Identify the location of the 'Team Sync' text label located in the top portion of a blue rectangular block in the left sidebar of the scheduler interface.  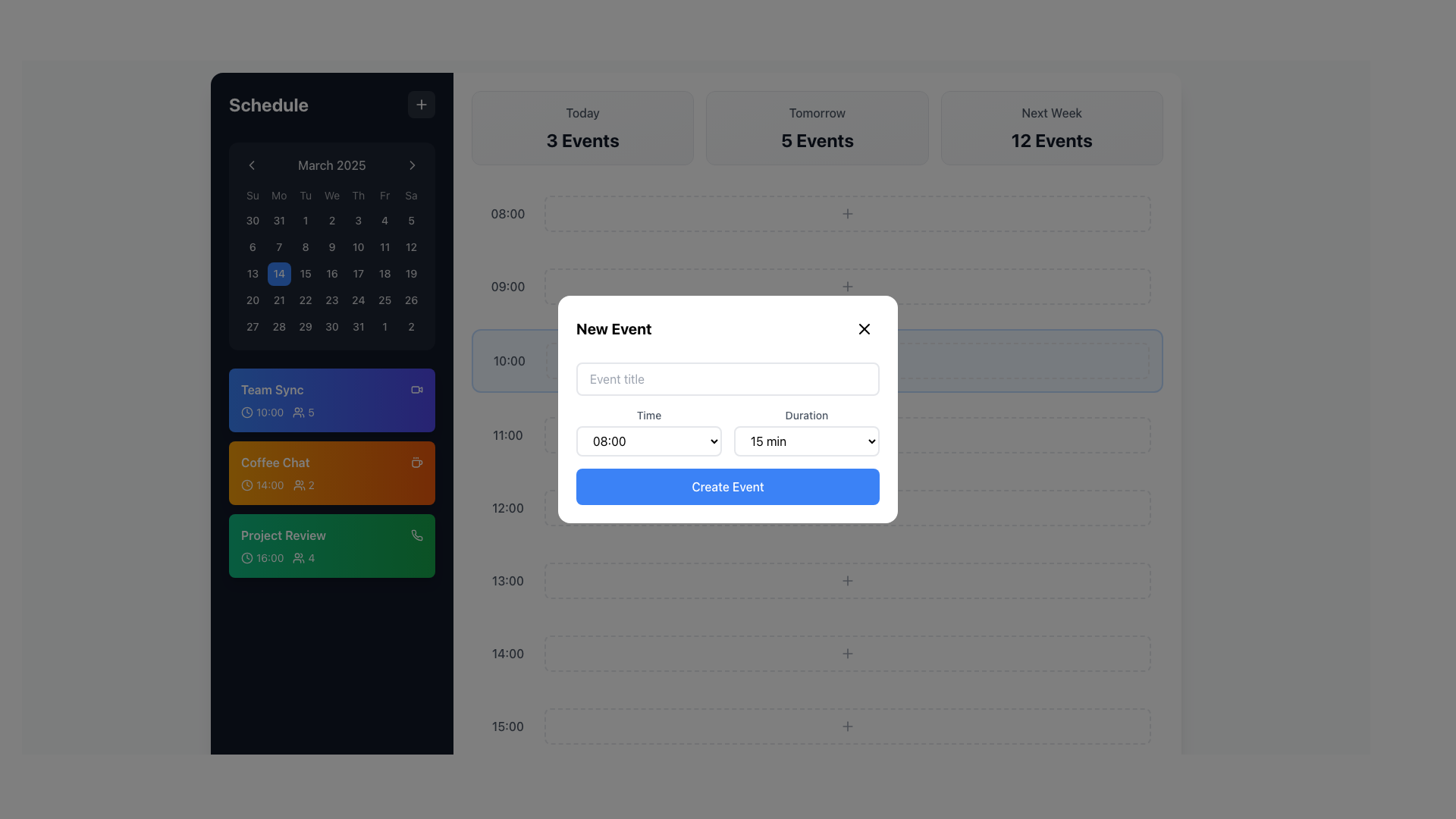
(272, 389).